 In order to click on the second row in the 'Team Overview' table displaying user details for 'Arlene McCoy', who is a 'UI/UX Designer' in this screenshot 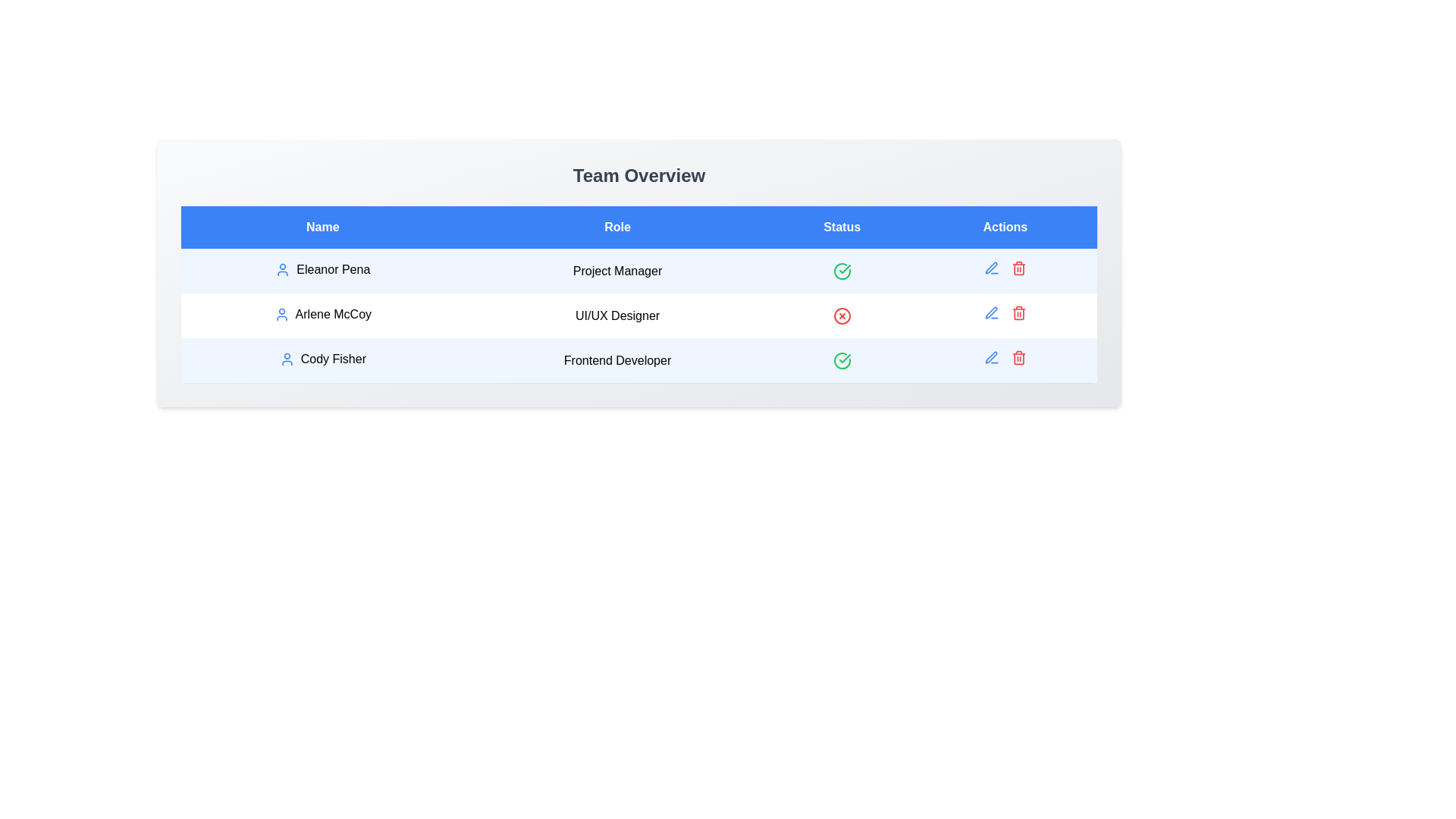, I will do `click(639, 315)`.